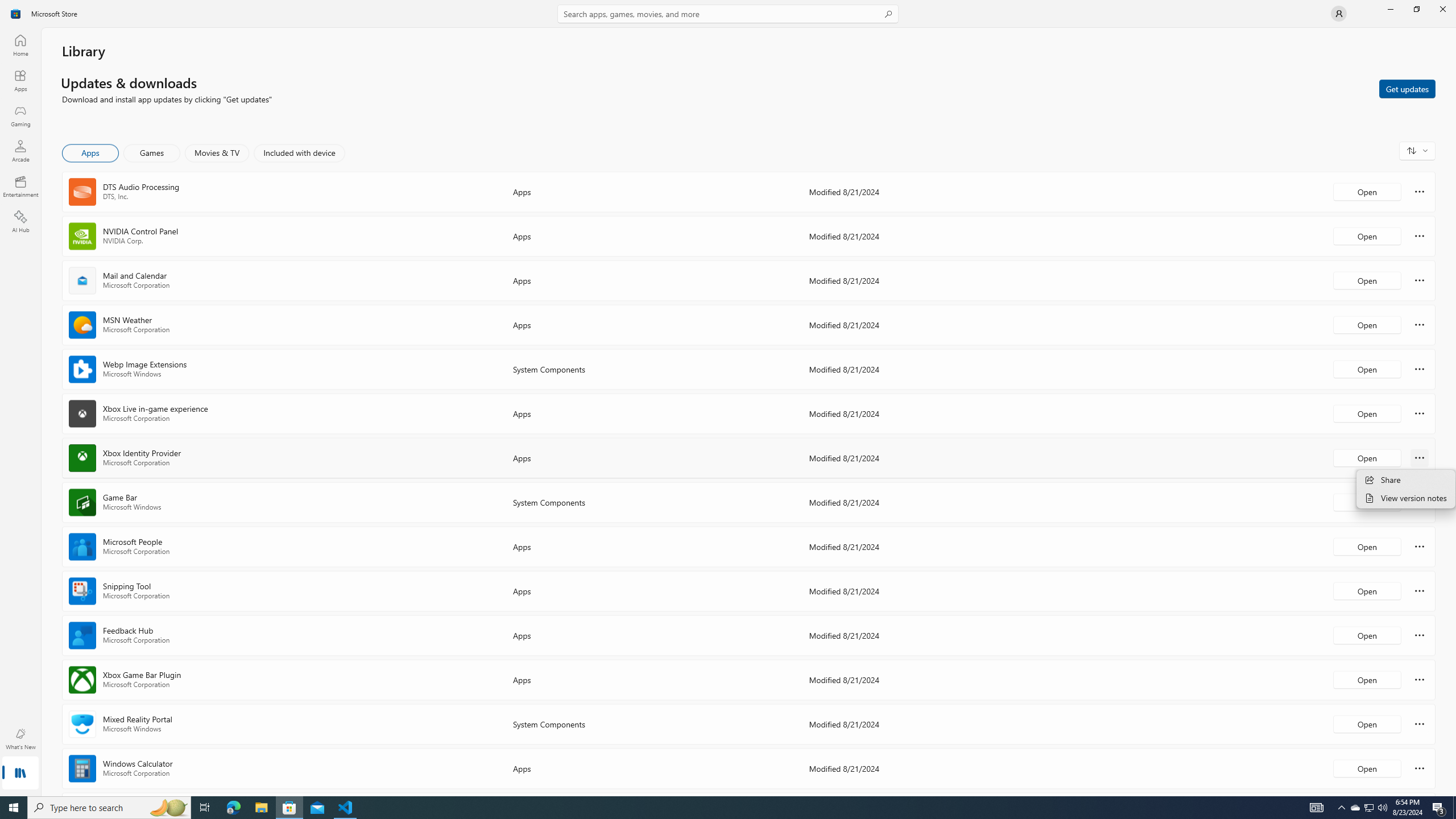  Describe the element at coordinates (19, 150) in the screenshot. I see `'Arcade'` at that location.